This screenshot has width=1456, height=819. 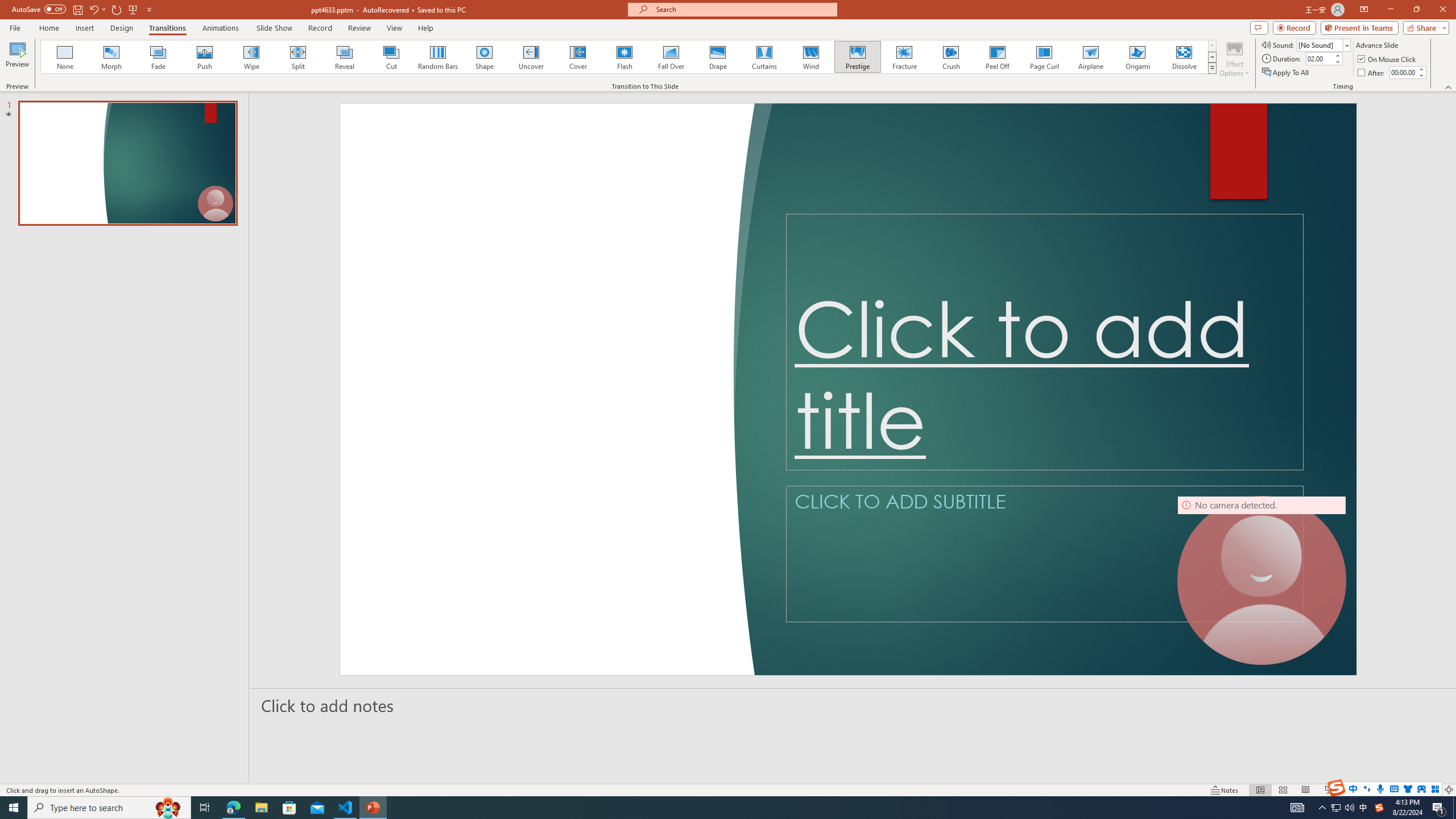 What do you see at coordinates (1421, 75) in the screenshot?
I see `'Less'` at bounding box center [1421, 75].